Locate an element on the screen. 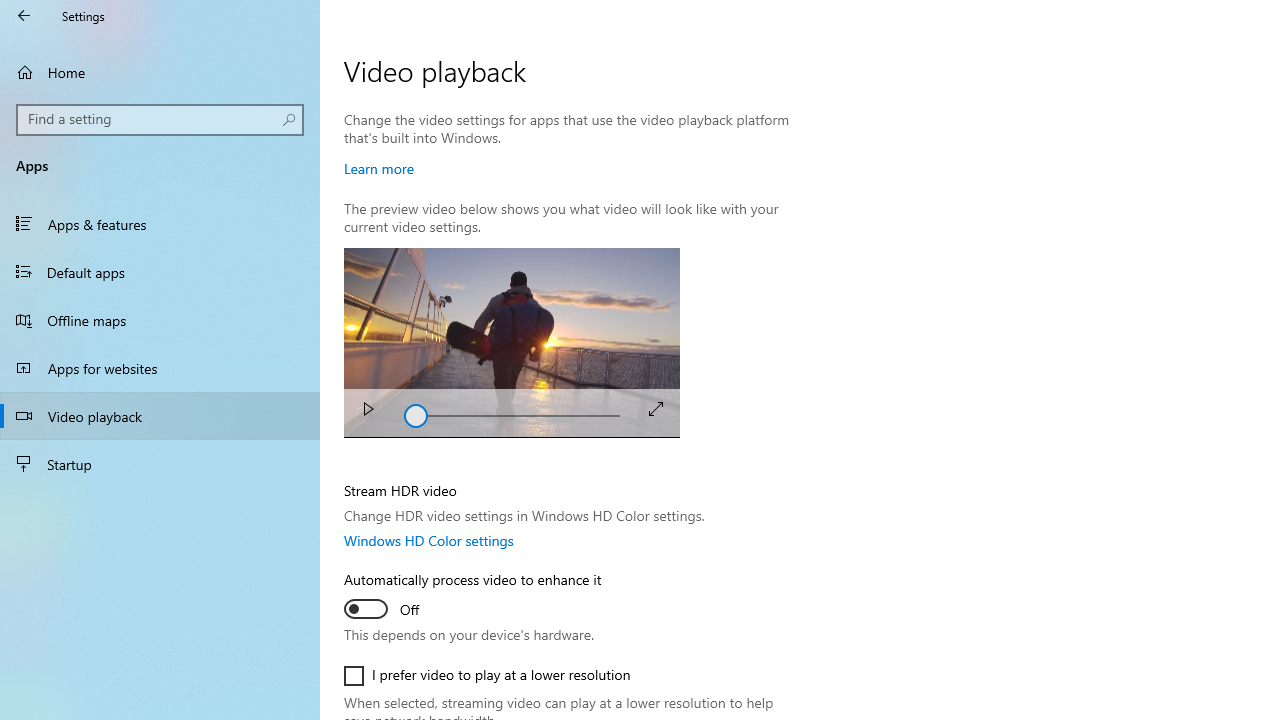  'Default apps' is located at coordinates (160, 271).